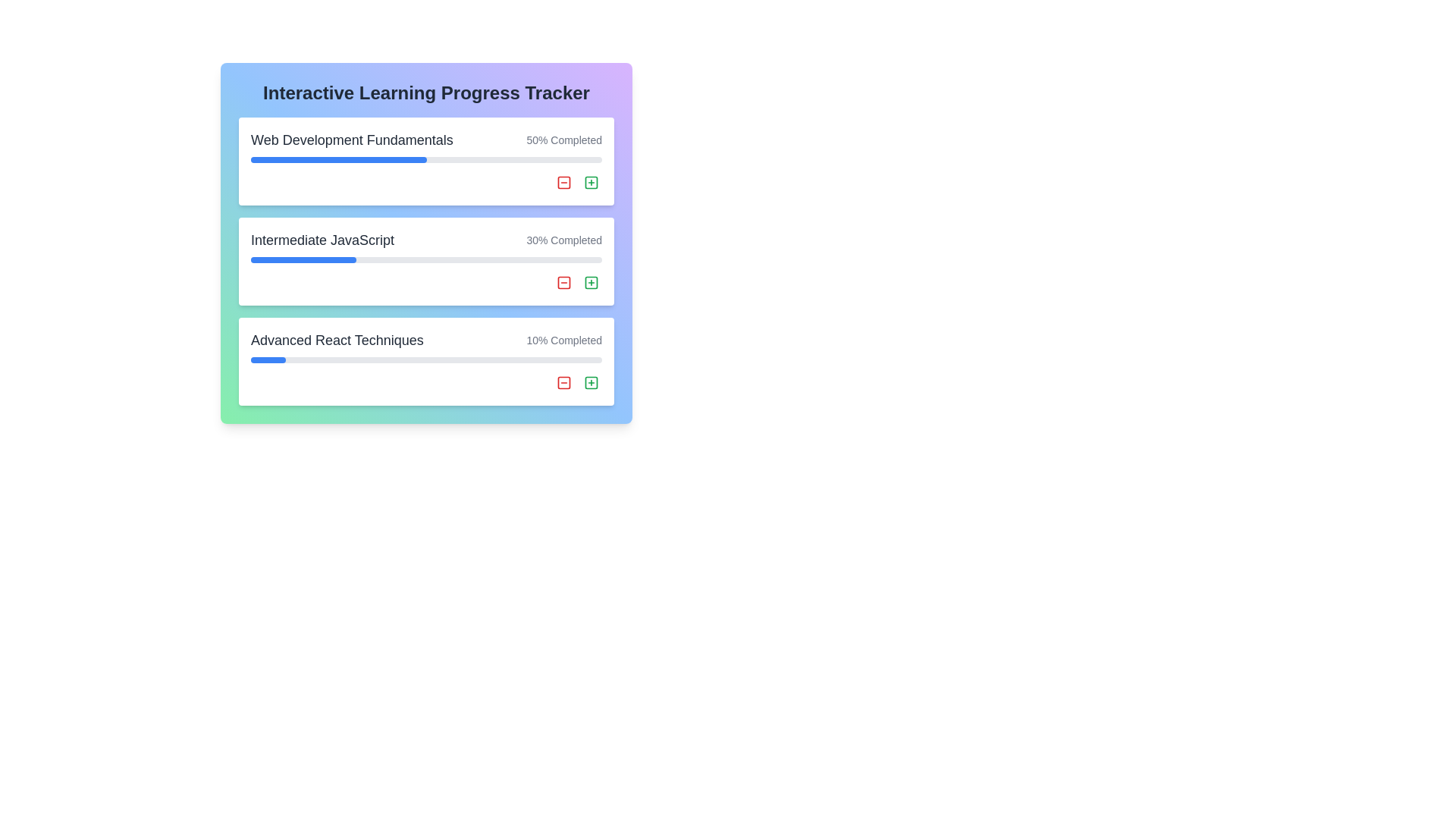  What do you see at coordinates (351, 140) in the screenshot?
I see `the text label that reads 'Web Development Fundamentals', which is styled with a large font size, bold weight, and dark gray color, located at the top-left of the course progress card` at bounding box center [351, 140].